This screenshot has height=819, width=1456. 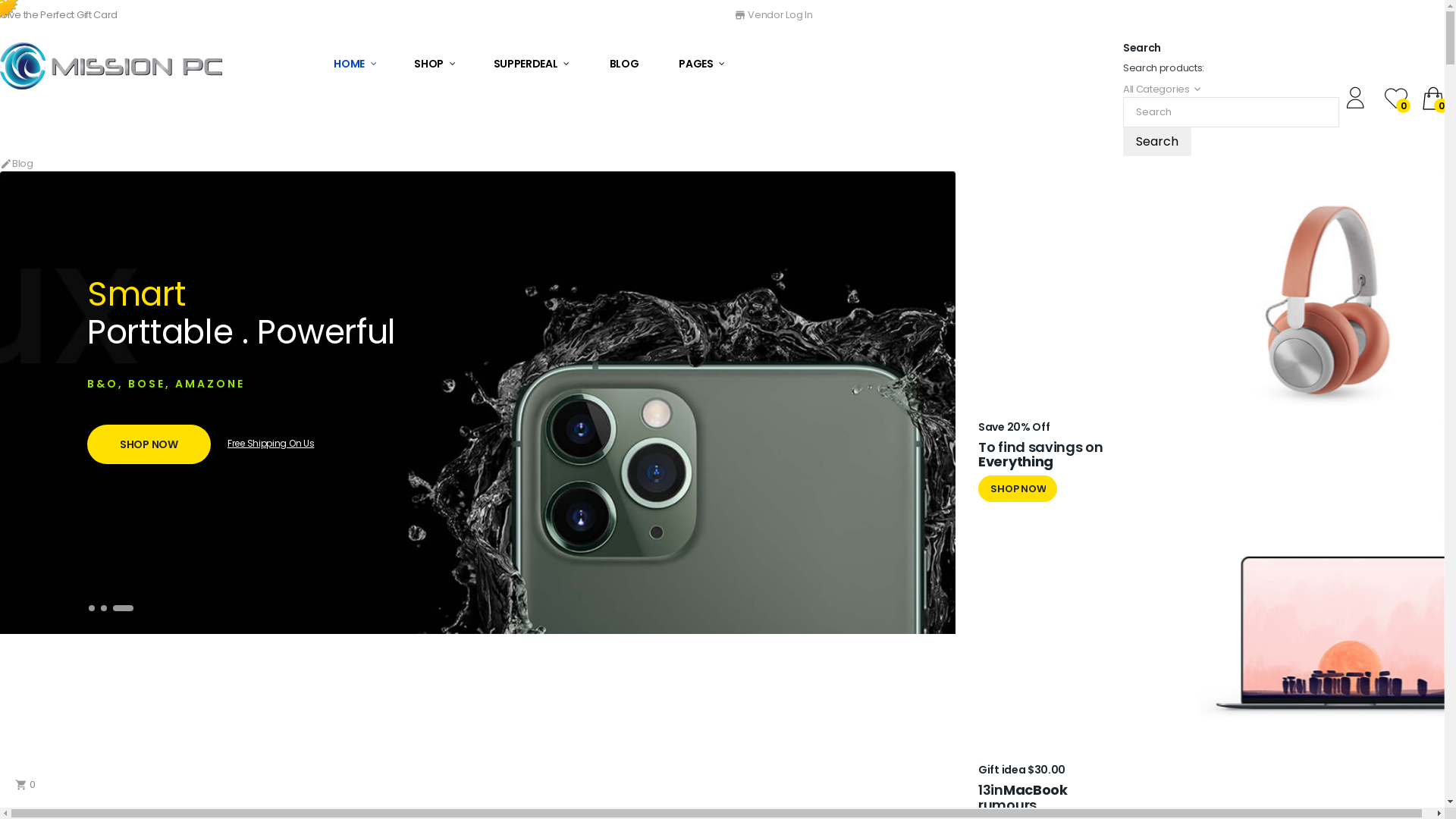 I want to click on 'store Vendor Log In', so click(x=773, y=14).